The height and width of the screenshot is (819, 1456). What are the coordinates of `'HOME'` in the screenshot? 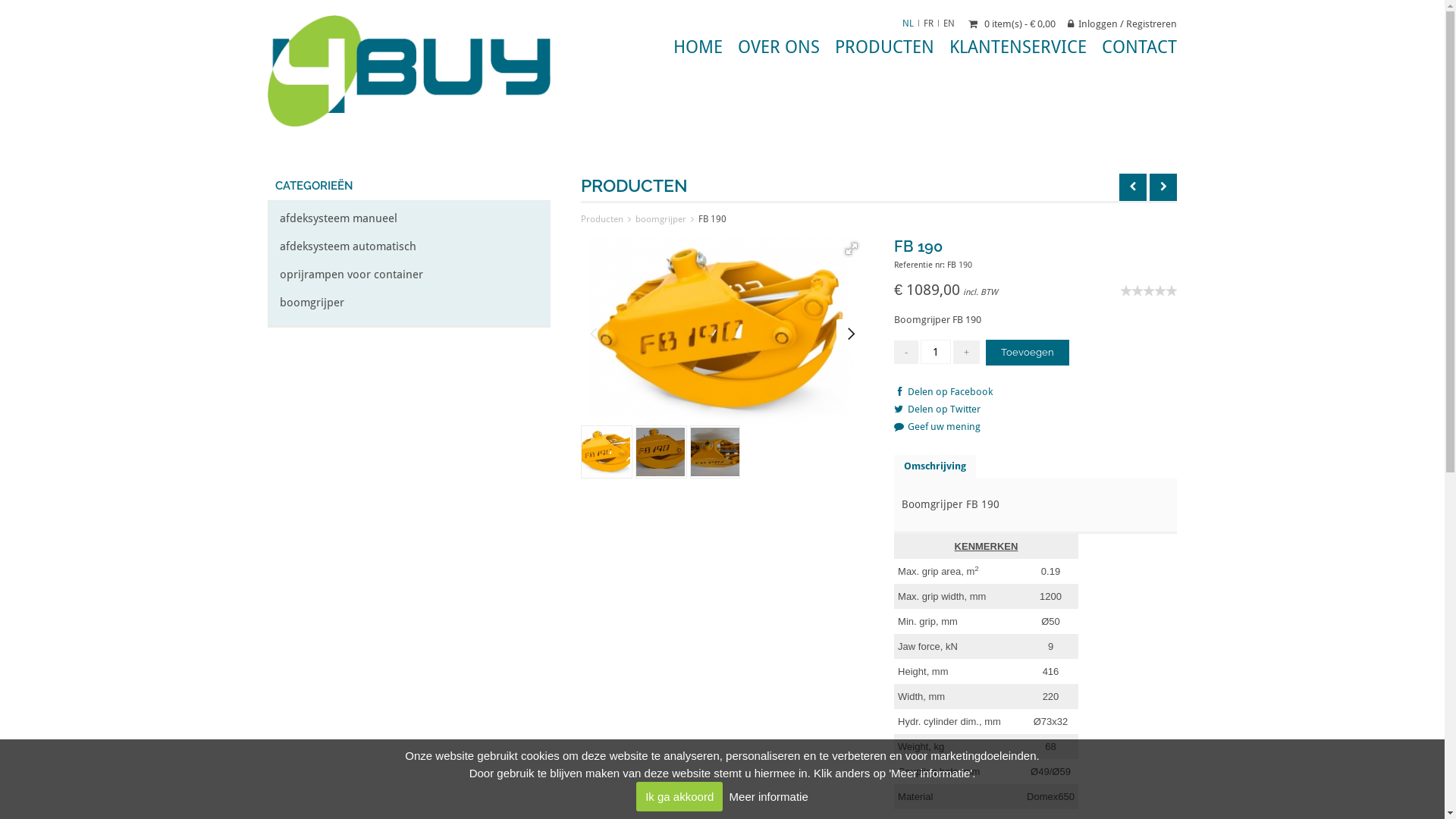 It's located at (697, 45).